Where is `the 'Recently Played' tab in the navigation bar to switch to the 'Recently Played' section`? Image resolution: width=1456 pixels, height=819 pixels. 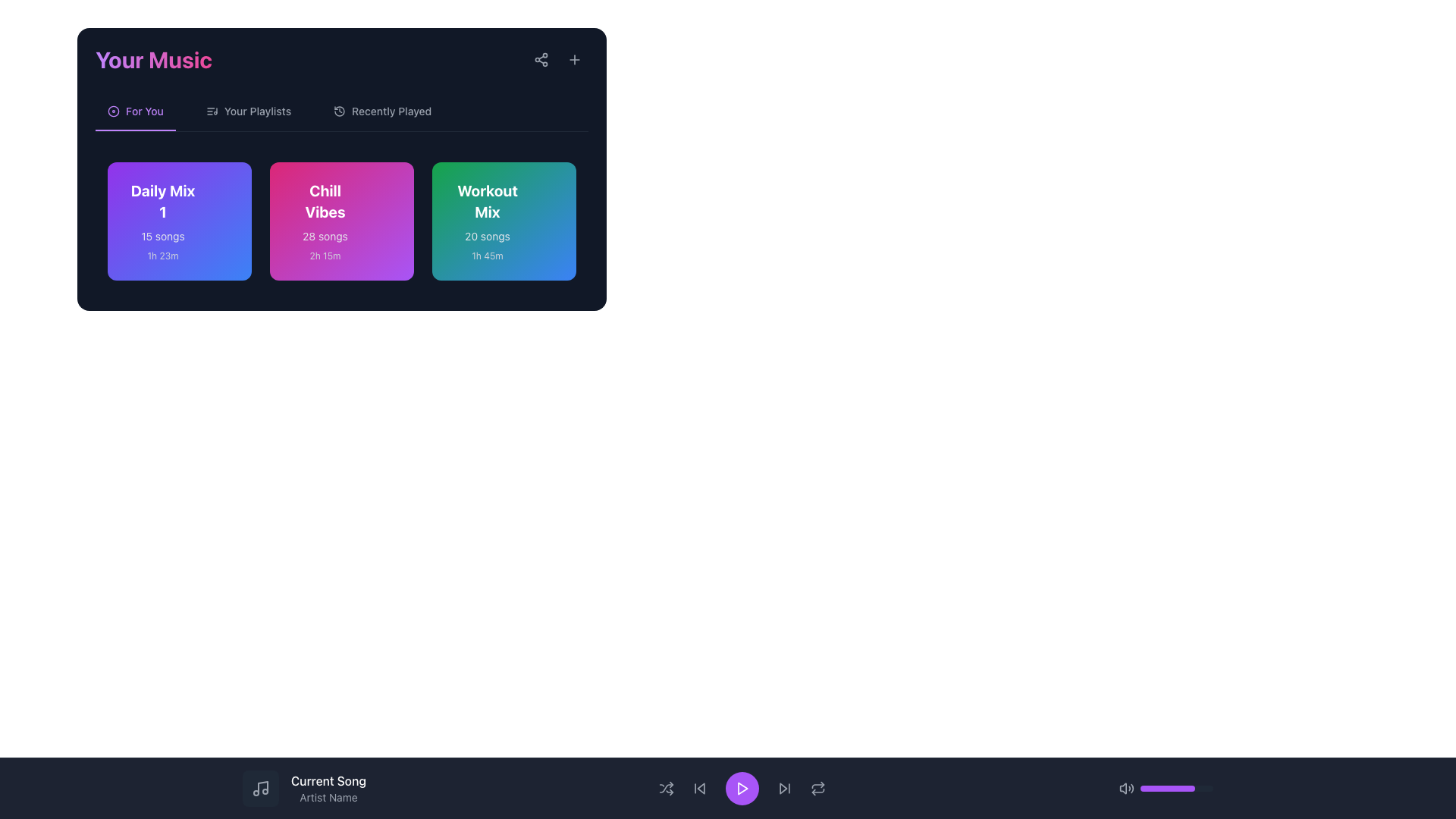
the 'Recently Played' tab in the navigation bar to switch to the 'Recently Played' section is located at coordinates (382, 116).